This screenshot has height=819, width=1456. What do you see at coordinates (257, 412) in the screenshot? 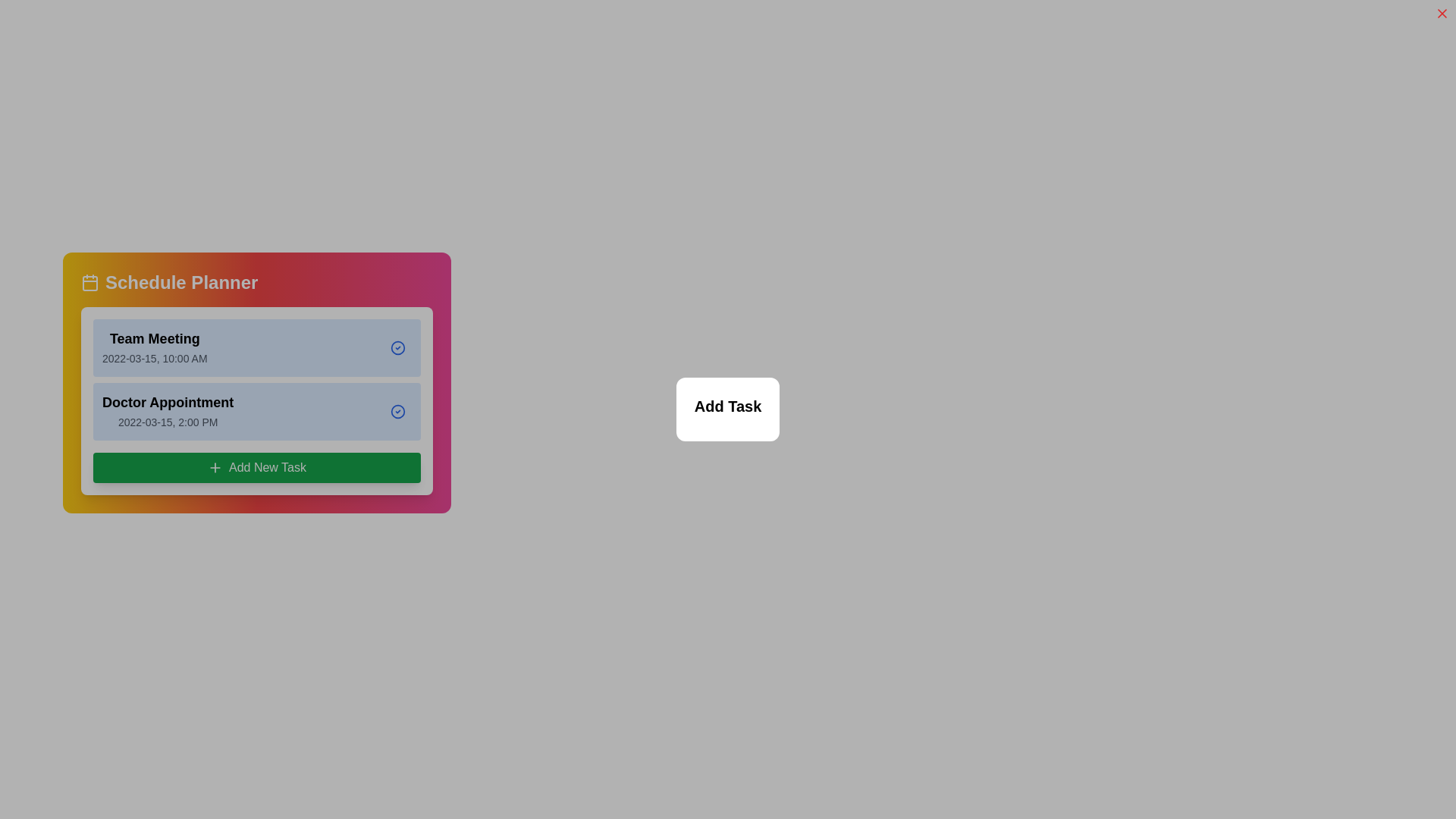
I see `the second task card in the Schedule Planner, which details an appointment event` at bounding box center [257, 412].